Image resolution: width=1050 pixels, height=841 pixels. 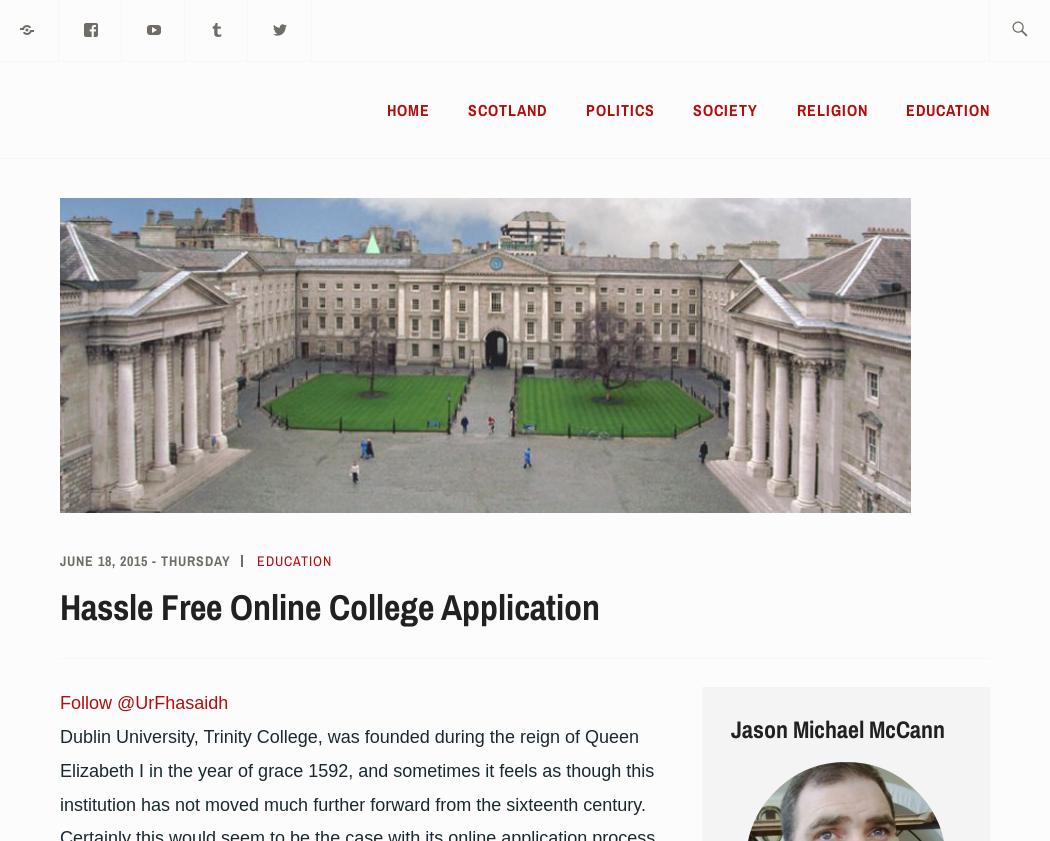 I want to click on 'Society', so click(x=724, y=109).